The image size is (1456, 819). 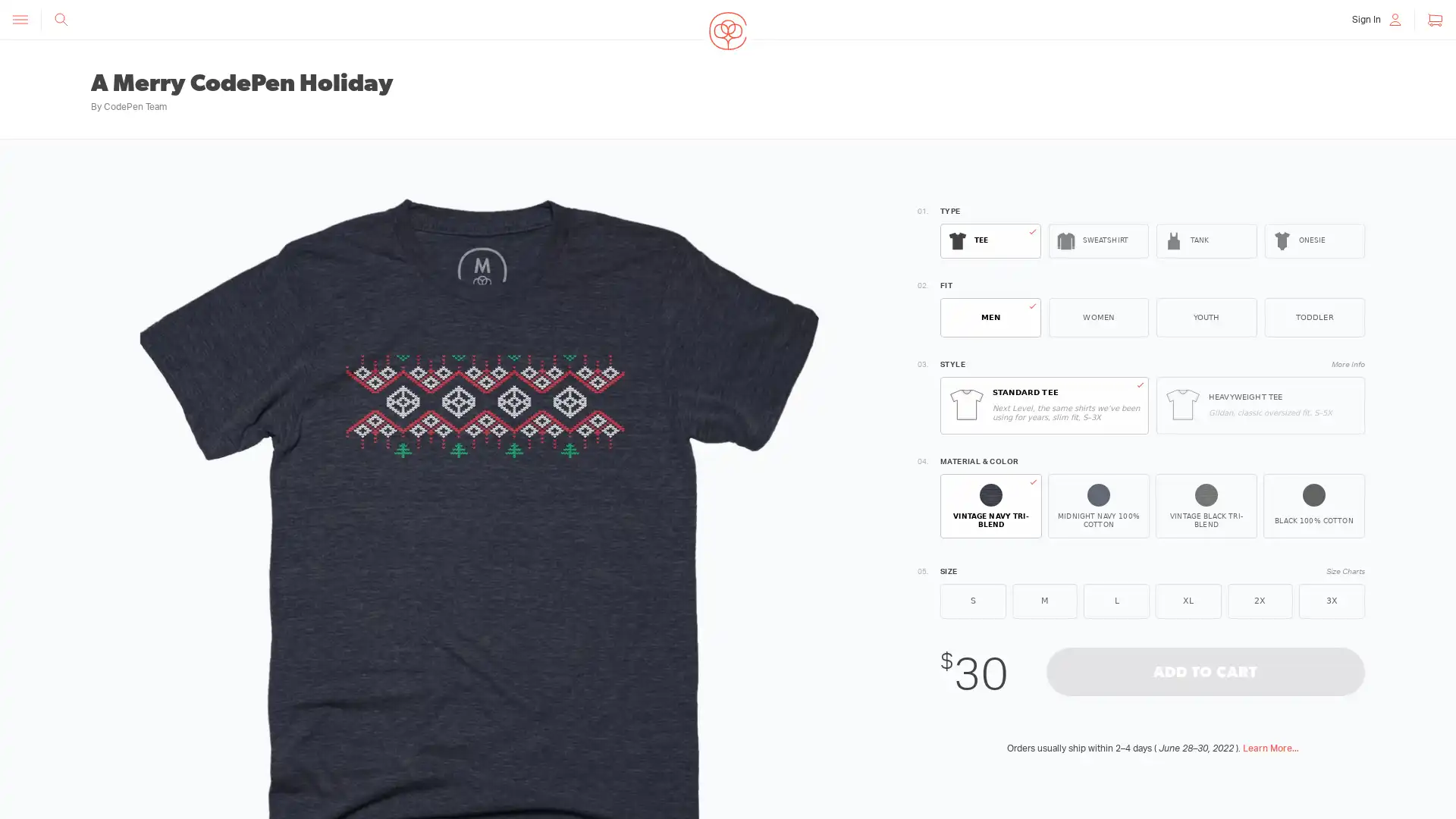 What do you see at coordinates (1260, 405) in the screenshot?
I see `HEAVYWEIGHT TEE Gildan, classic oversized fit, S5X` at bounding box center [1260, 405].